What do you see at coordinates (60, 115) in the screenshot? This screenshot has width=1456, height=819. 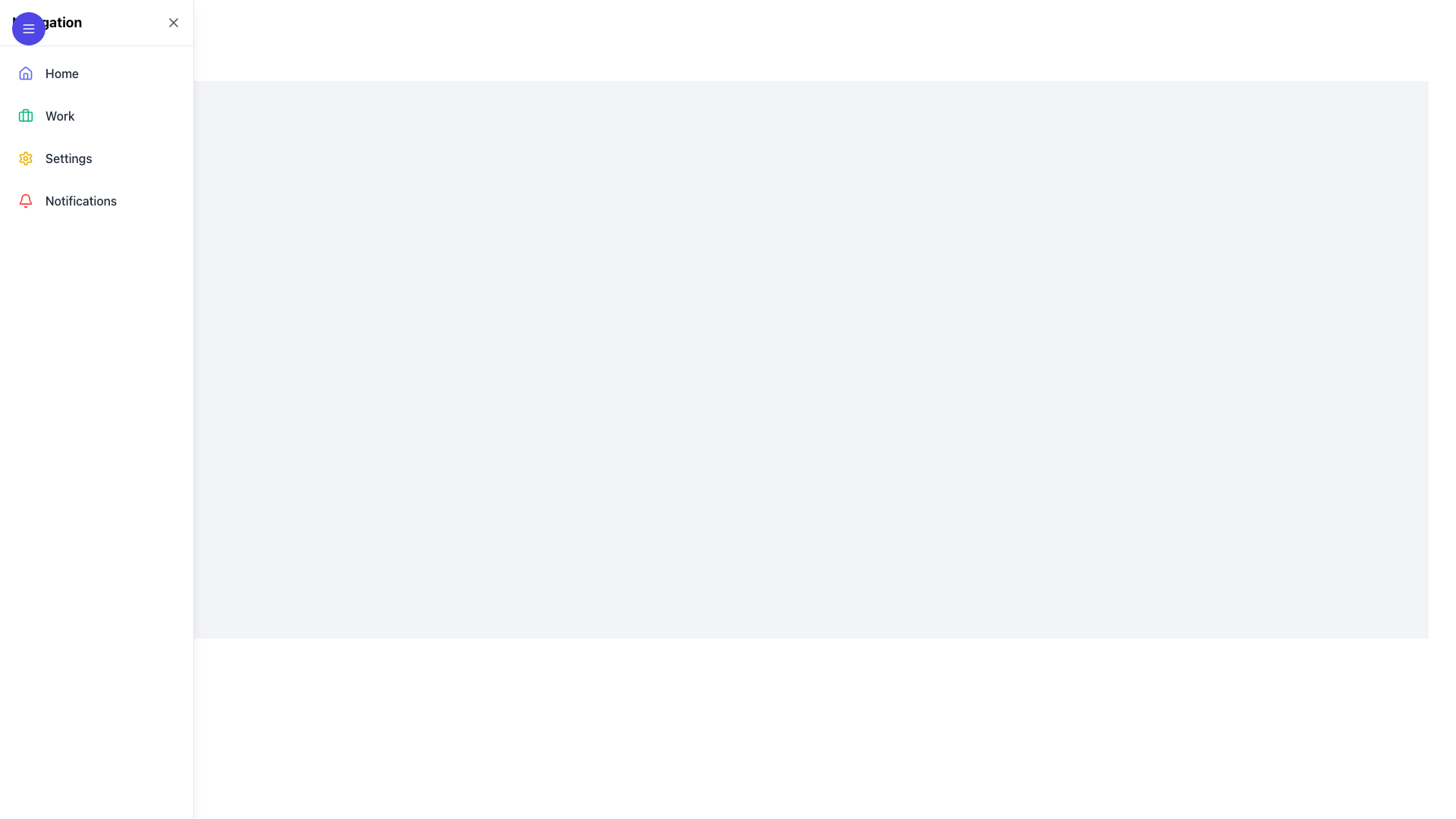 I see `the 'Work' text label in the sidebar menu` at bounding box center [60, 115].